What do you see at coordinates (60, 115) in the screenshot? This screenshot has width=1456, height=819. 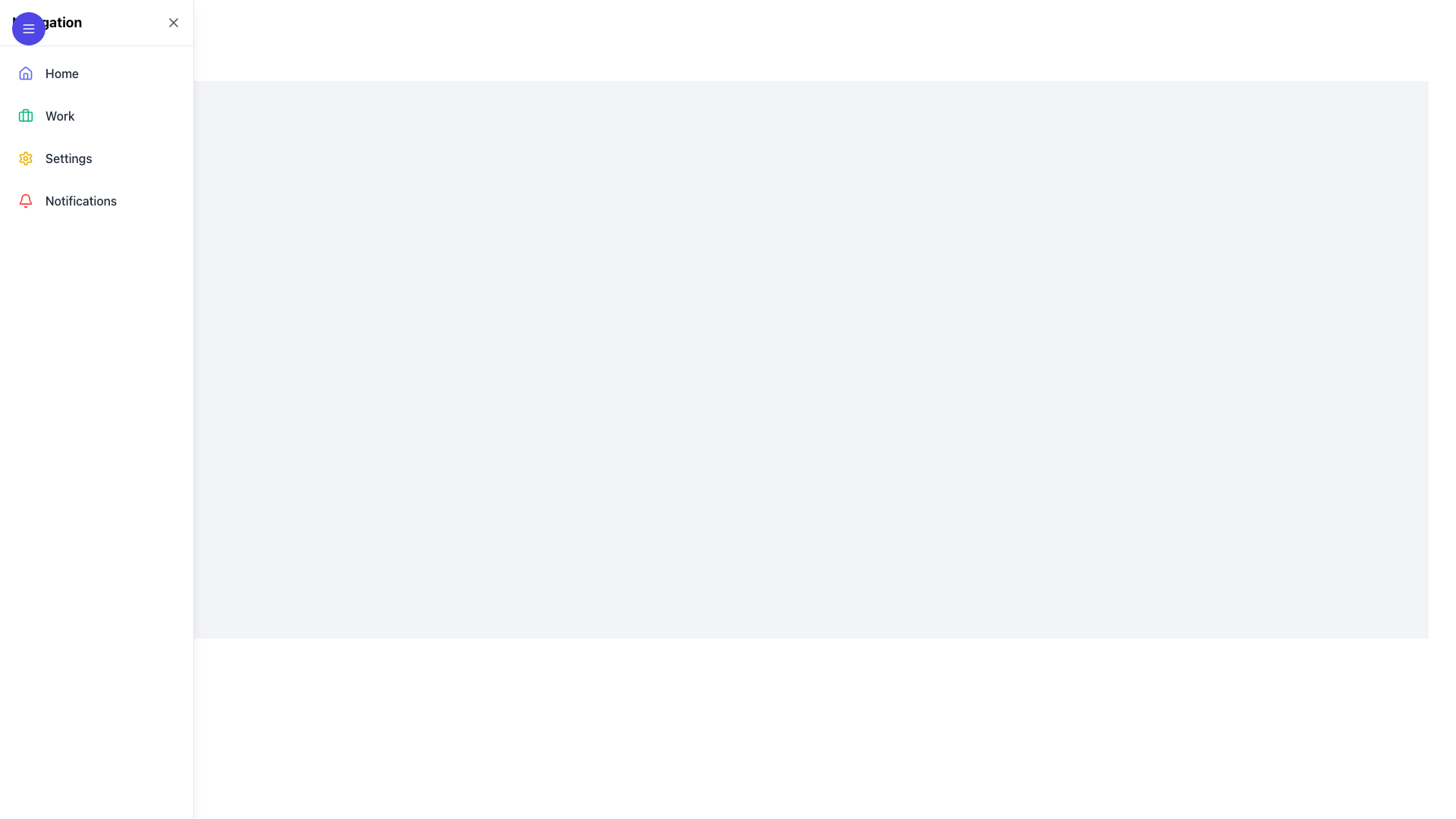 I see `the 'Work' text label in the sidebar menu` at bounding box center [60, 115].